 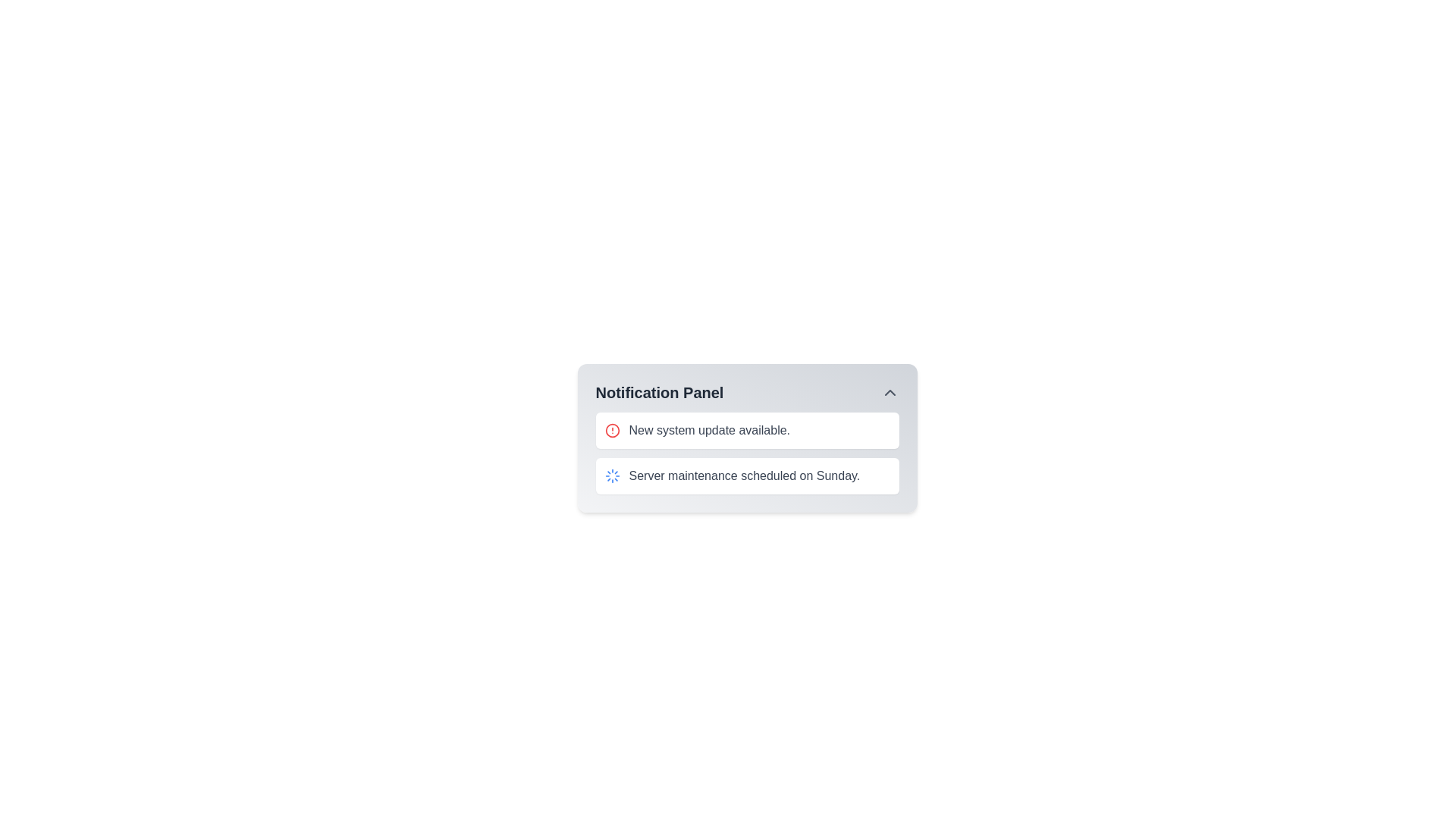 What do you see at coordinates (708, 430) in the screenshot?
I see `the textual notification that reads 'New system update available.' within the notification panel` at bounding box center [708, 430].